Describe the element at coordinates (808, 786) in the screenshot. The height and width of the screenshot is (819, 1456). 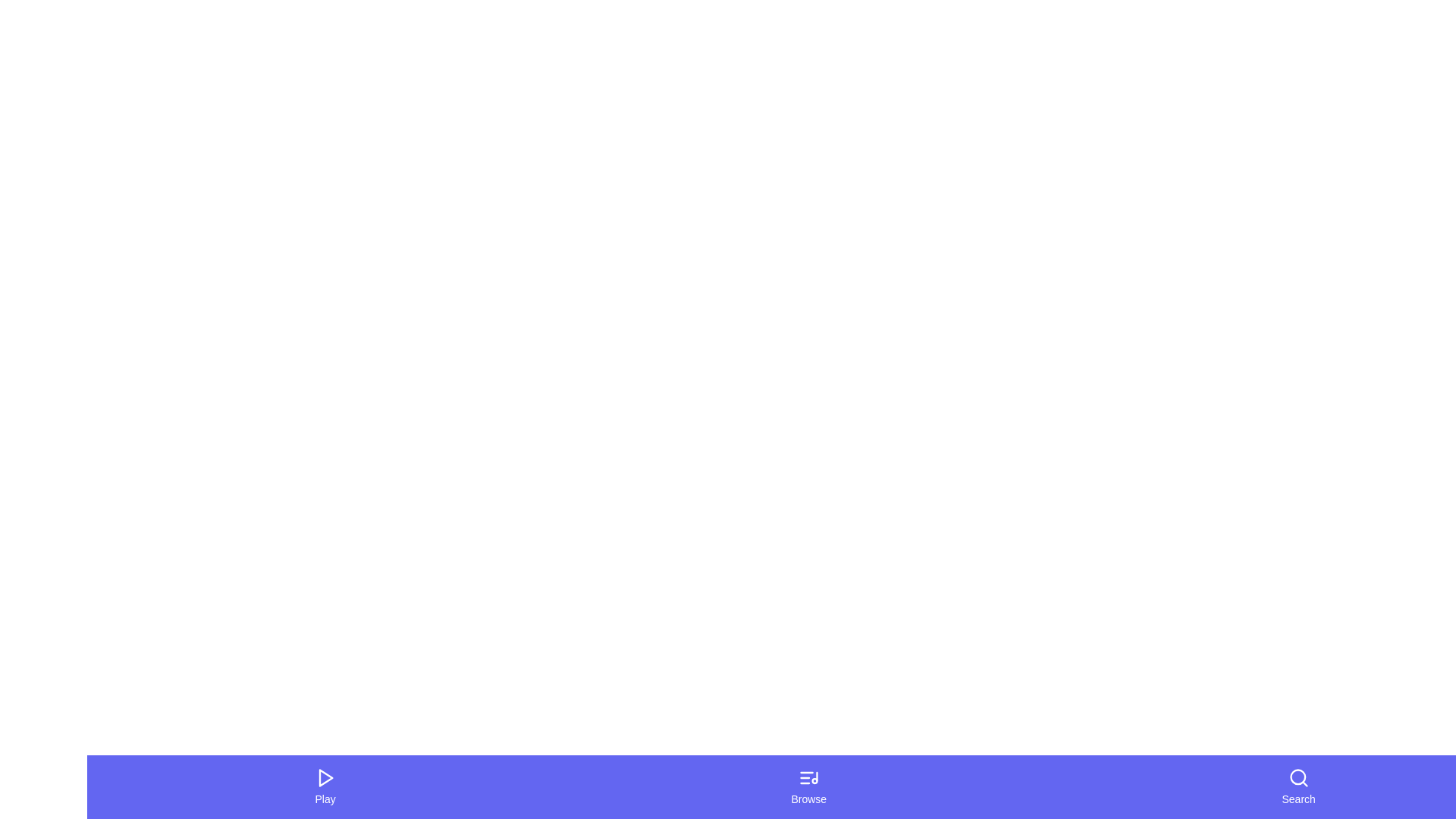
I see `the Browse tab in the bottom navigation bar` at that location.